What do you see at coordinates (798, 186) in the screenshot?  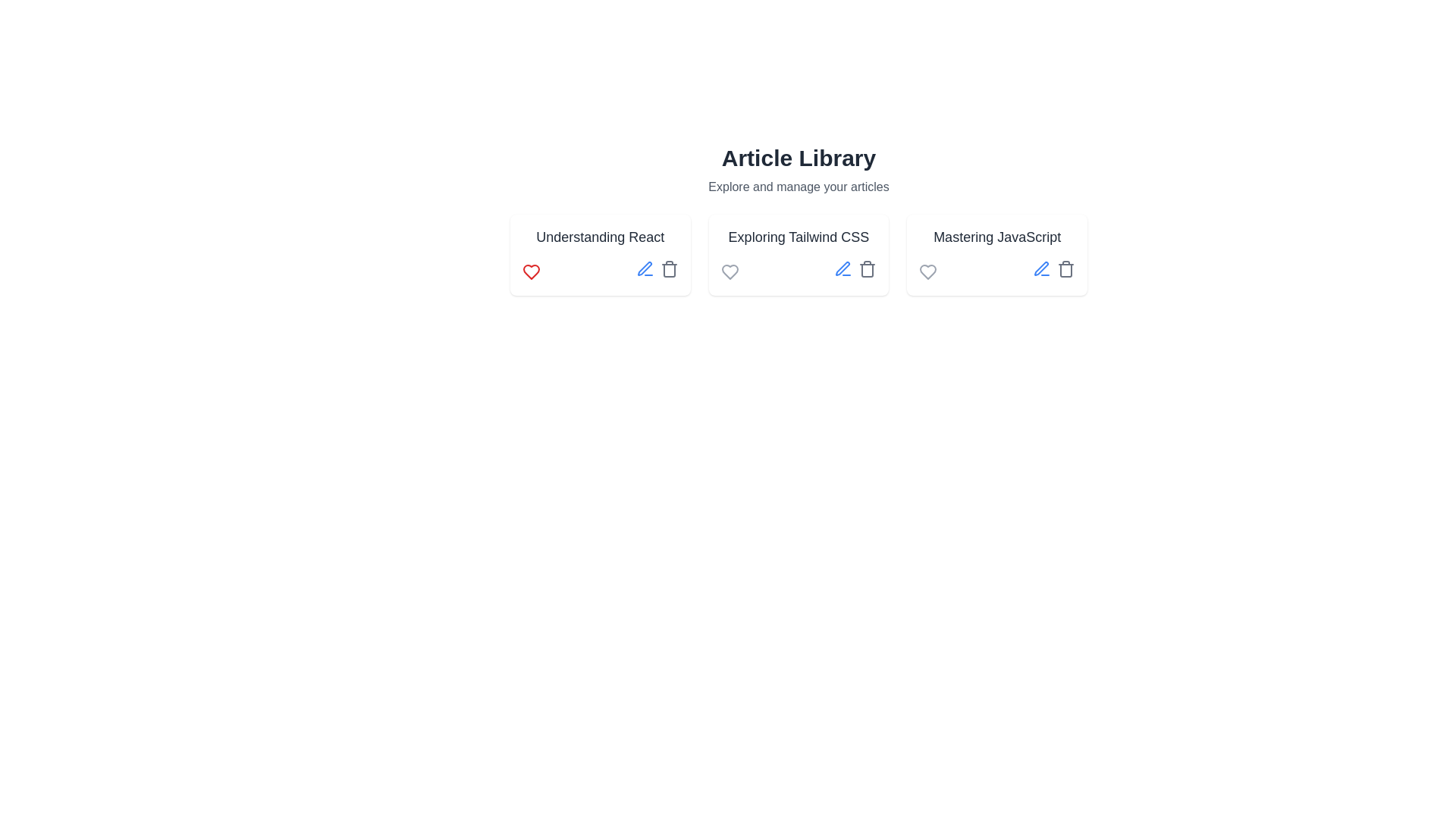 I see `the text element that reads 'Explore and manage your articles', which is styled in light gray and positioned below the 'Article Library' title` at bounding box center [798, 186].